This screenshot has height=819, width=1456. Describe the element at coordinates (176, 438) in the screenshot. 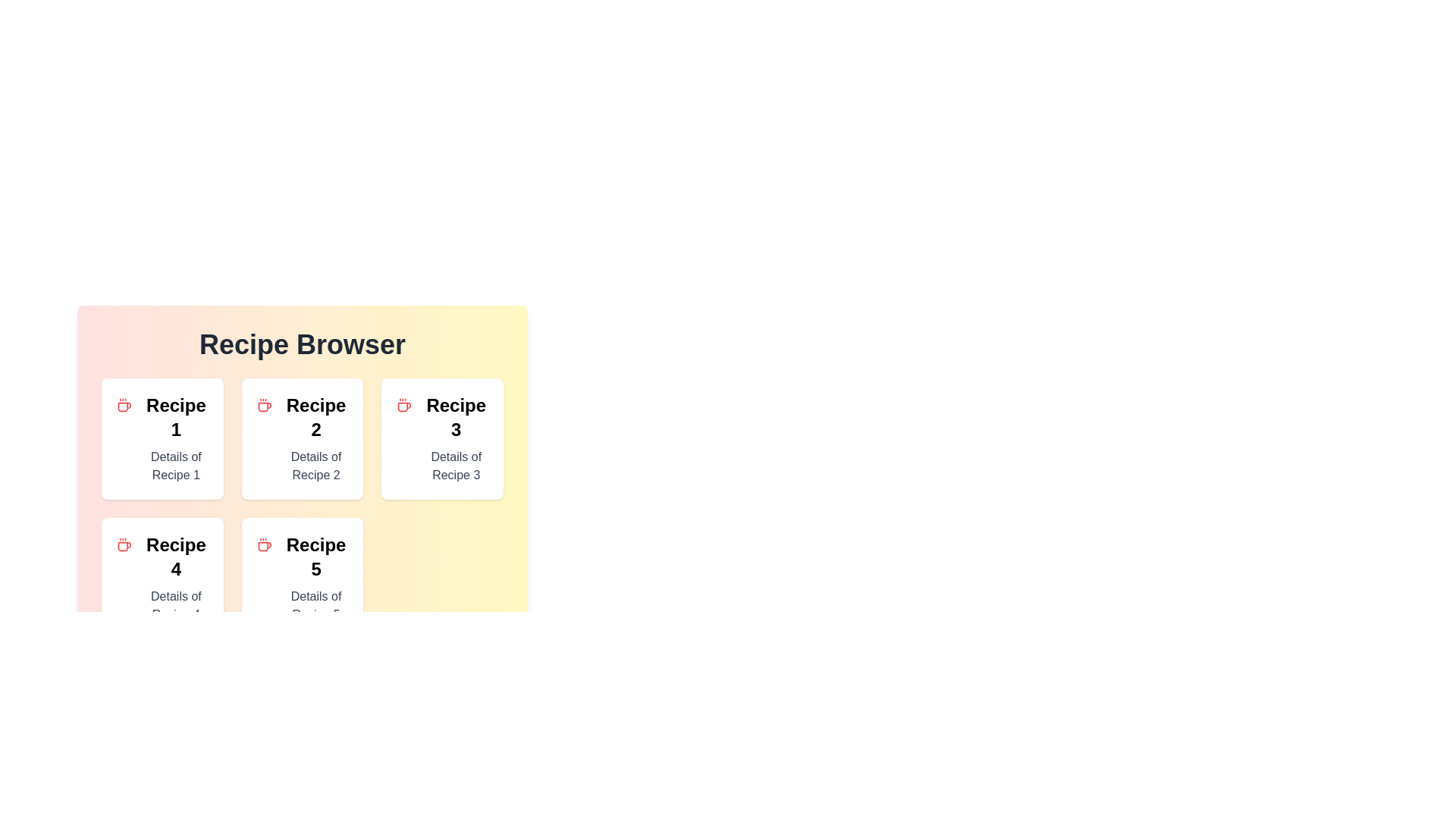

I see `the text display element labeled 'Recipe 1' with description 'Details of Recipe 1', located in the top-left corner of the grid layout in the 'Recipe Browser' interface` at that location.